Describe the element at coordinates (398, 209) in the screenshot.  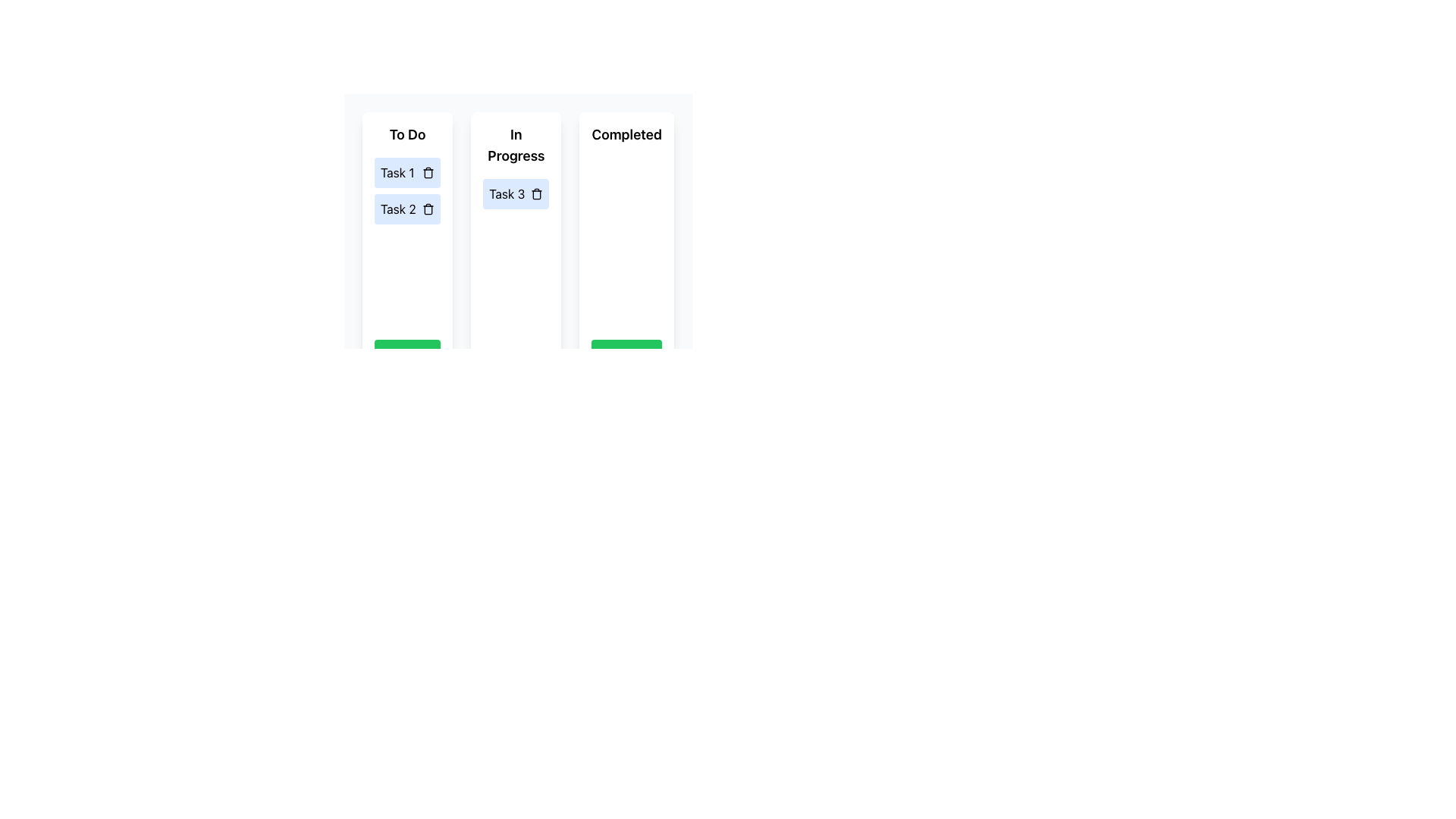
I see `the text label displaying 'Task 2', located in the 'To Do' column of the task management interface, which is the second item in the vertical list of task cards` at that location.